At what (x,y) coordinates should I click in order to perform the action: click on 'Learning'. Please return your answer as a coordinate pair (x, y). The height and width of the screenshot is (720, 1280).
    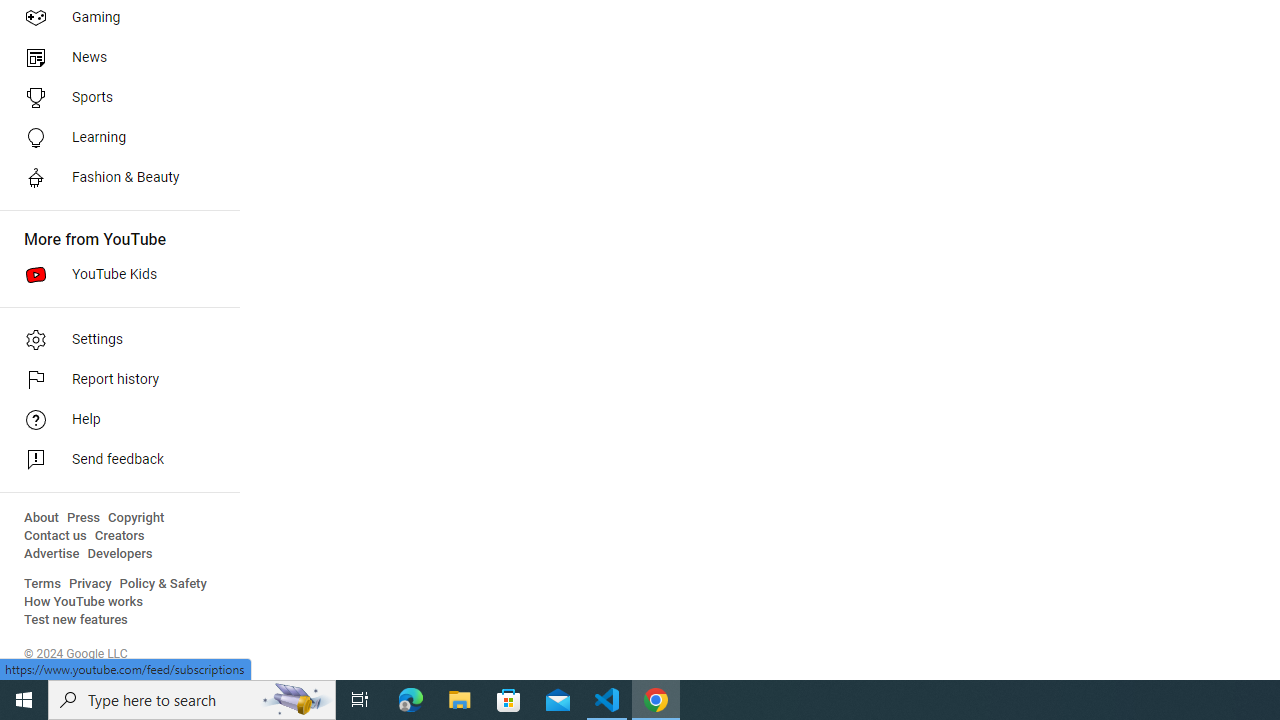
    Looking at the image, I should click on (112, 136).